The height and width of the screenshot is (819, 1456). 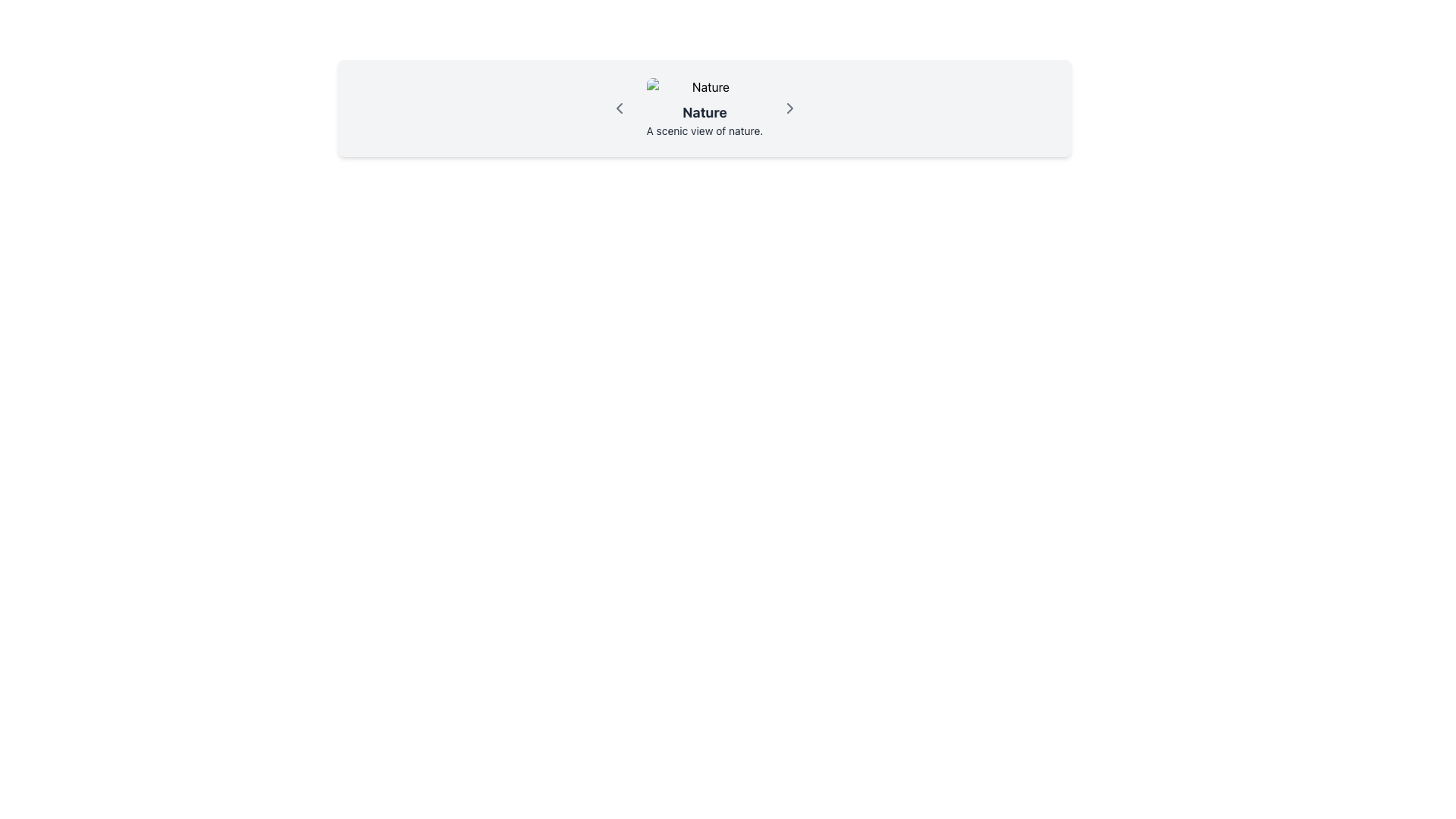 What do you see at coordinates (704, 119) in the screenshot?
I see `the text block displaying 'Nature' with a light gray background, which contains a bold first line and a smaller second line` at bounding box center [704, 119].